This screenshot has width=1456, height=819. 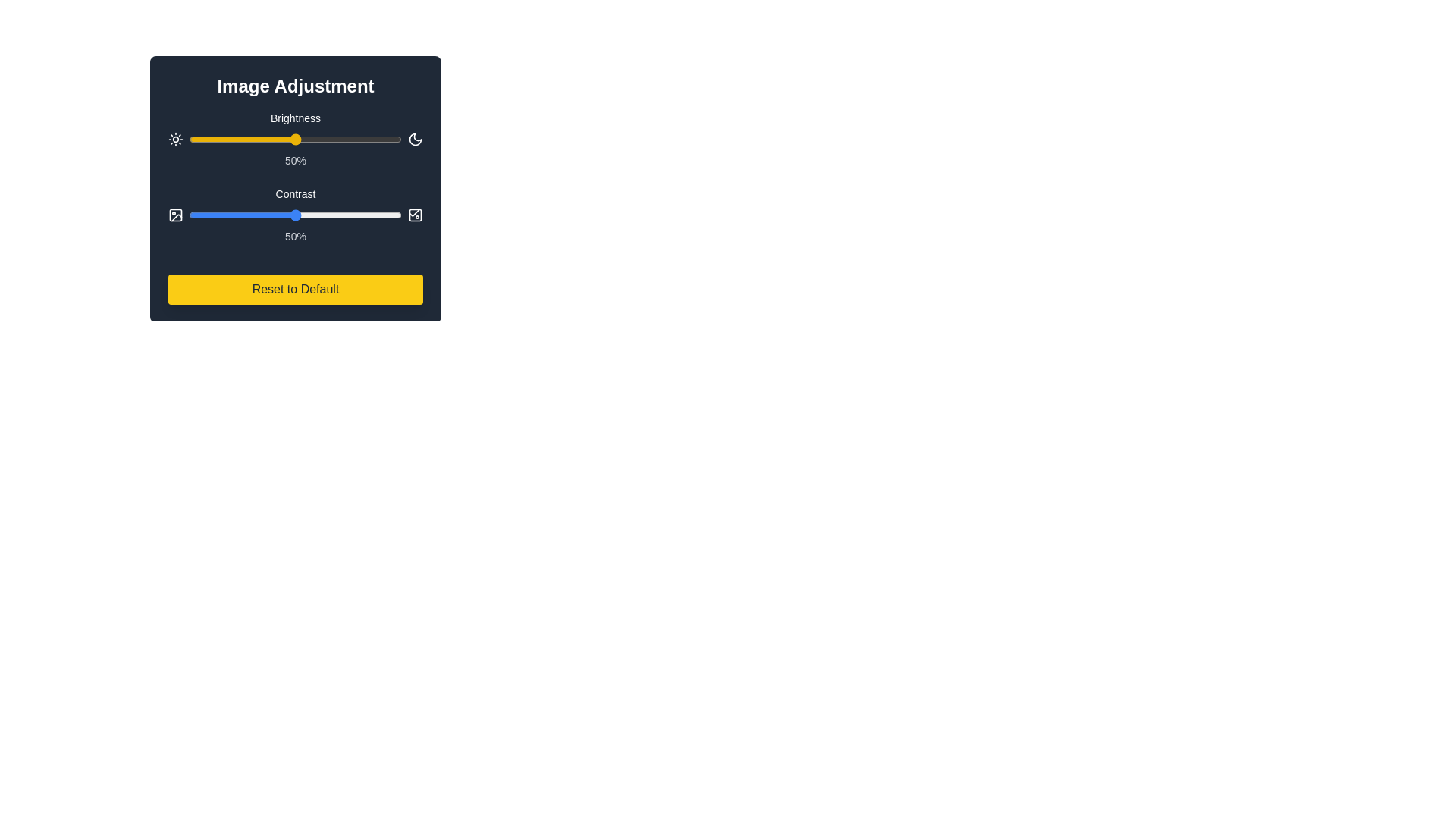 What do you see at coordinates (265, 215) in the screenshot?
I see `the contrast level` at bounding box center [265, 215].